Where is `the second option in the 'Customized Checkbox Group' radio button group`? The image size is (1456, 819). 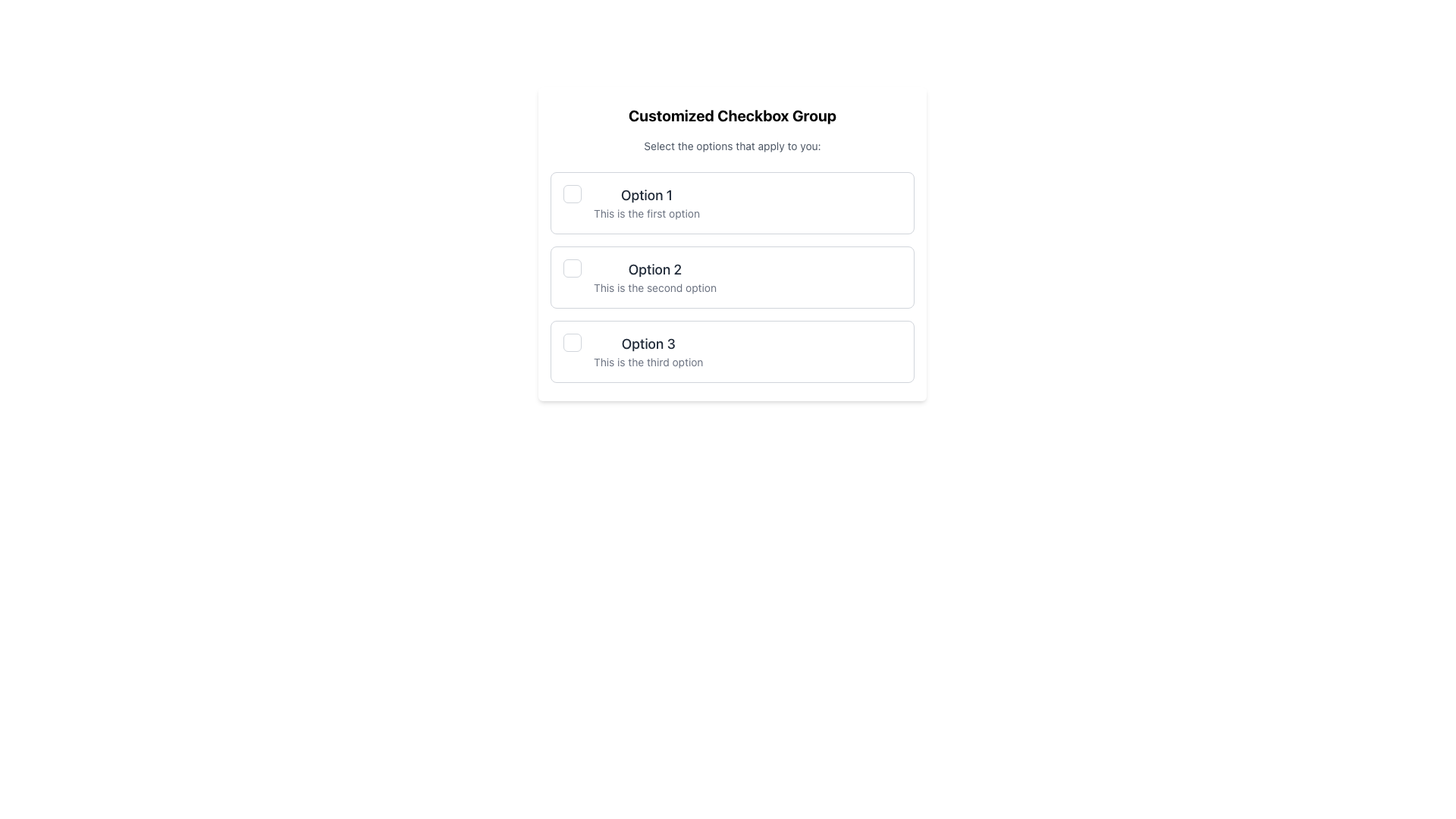
the second option in the 'Customized Checkbox Group' radio button group is located at coordinates (732, 278).